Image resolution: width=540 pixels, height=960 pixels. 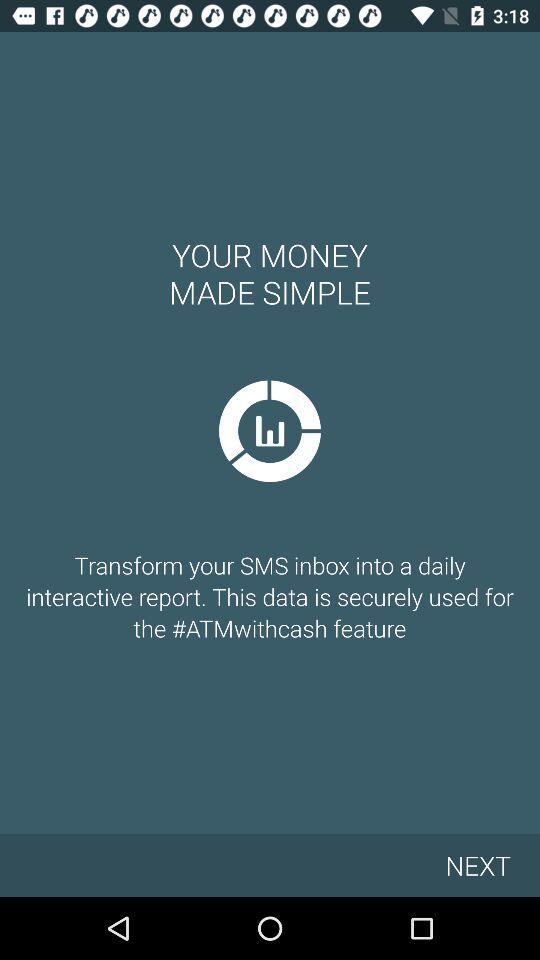 I want to click on next, so click(x=477, y=864).